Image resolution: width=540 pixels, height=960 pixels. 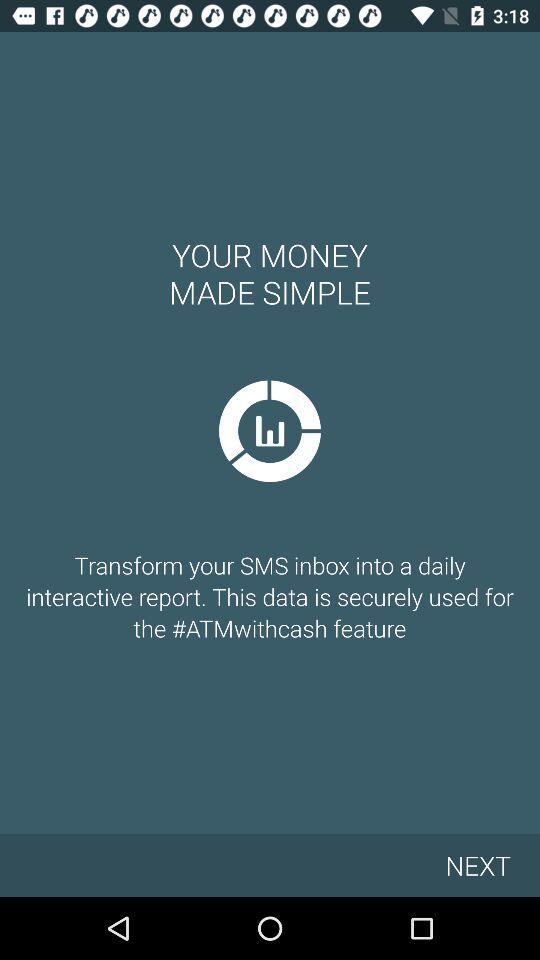 I want to click on next, so click(x=477, y=864).